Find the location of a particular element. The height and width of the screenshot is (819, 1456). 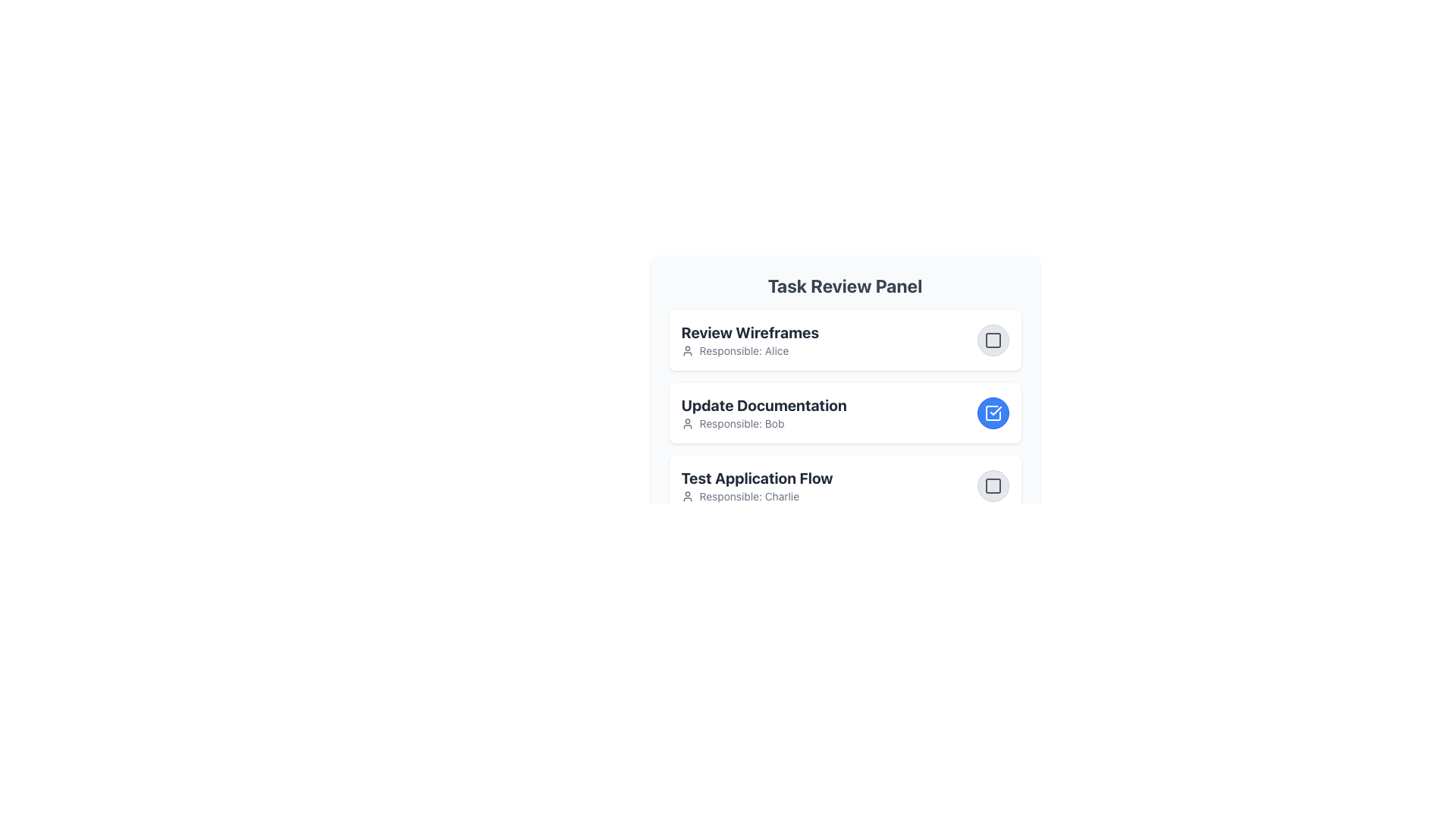

the Icon that denotes the responsible person for the task in the 'Task Review Panel', which is adjacent to the description text 'Responsible: Charlie' is located at coordinates (686, 497).